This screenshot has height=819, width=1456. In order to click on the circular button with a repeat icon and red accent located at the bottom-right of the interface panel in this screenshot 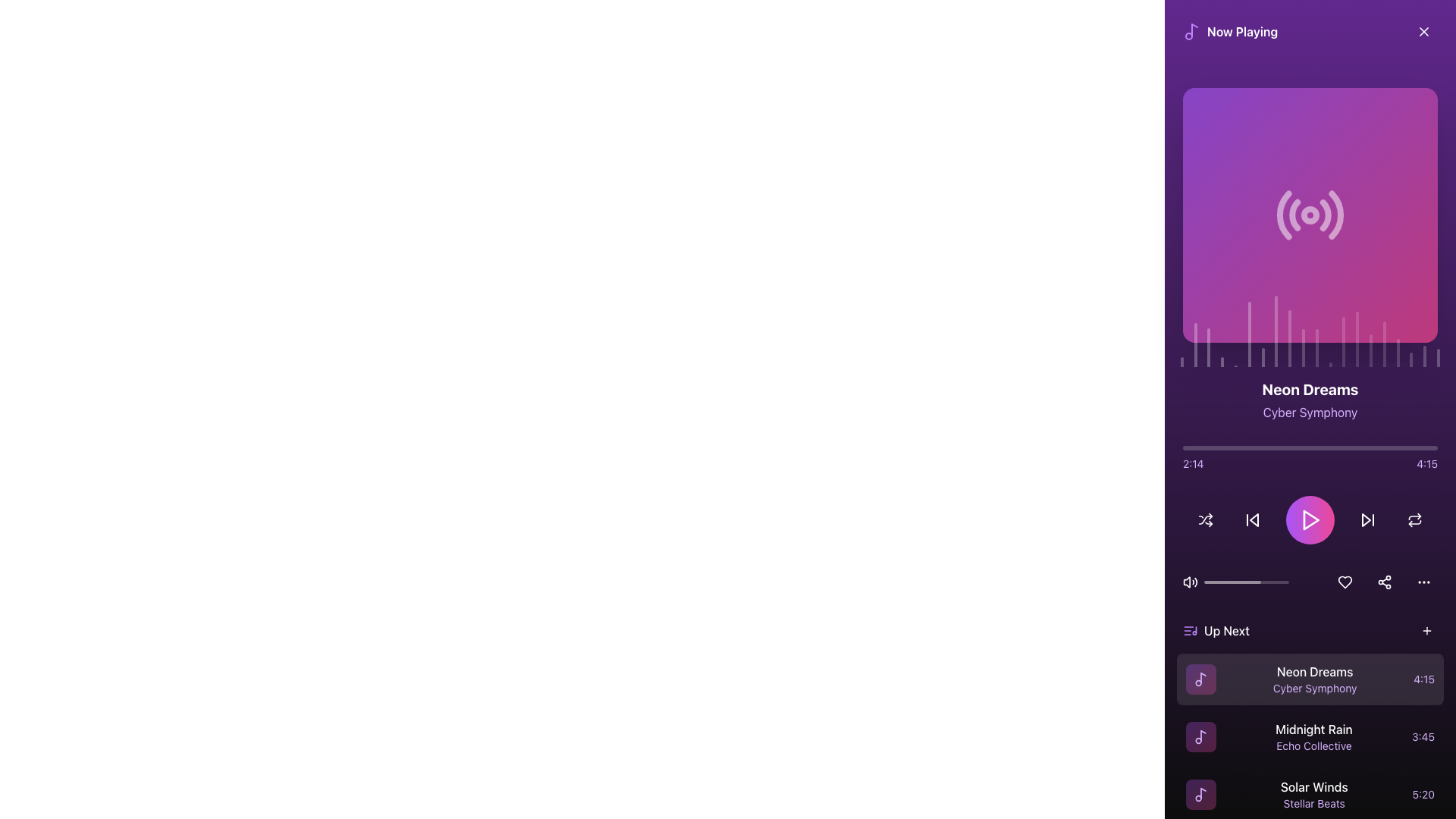, I will do `click(1414, 519)`.